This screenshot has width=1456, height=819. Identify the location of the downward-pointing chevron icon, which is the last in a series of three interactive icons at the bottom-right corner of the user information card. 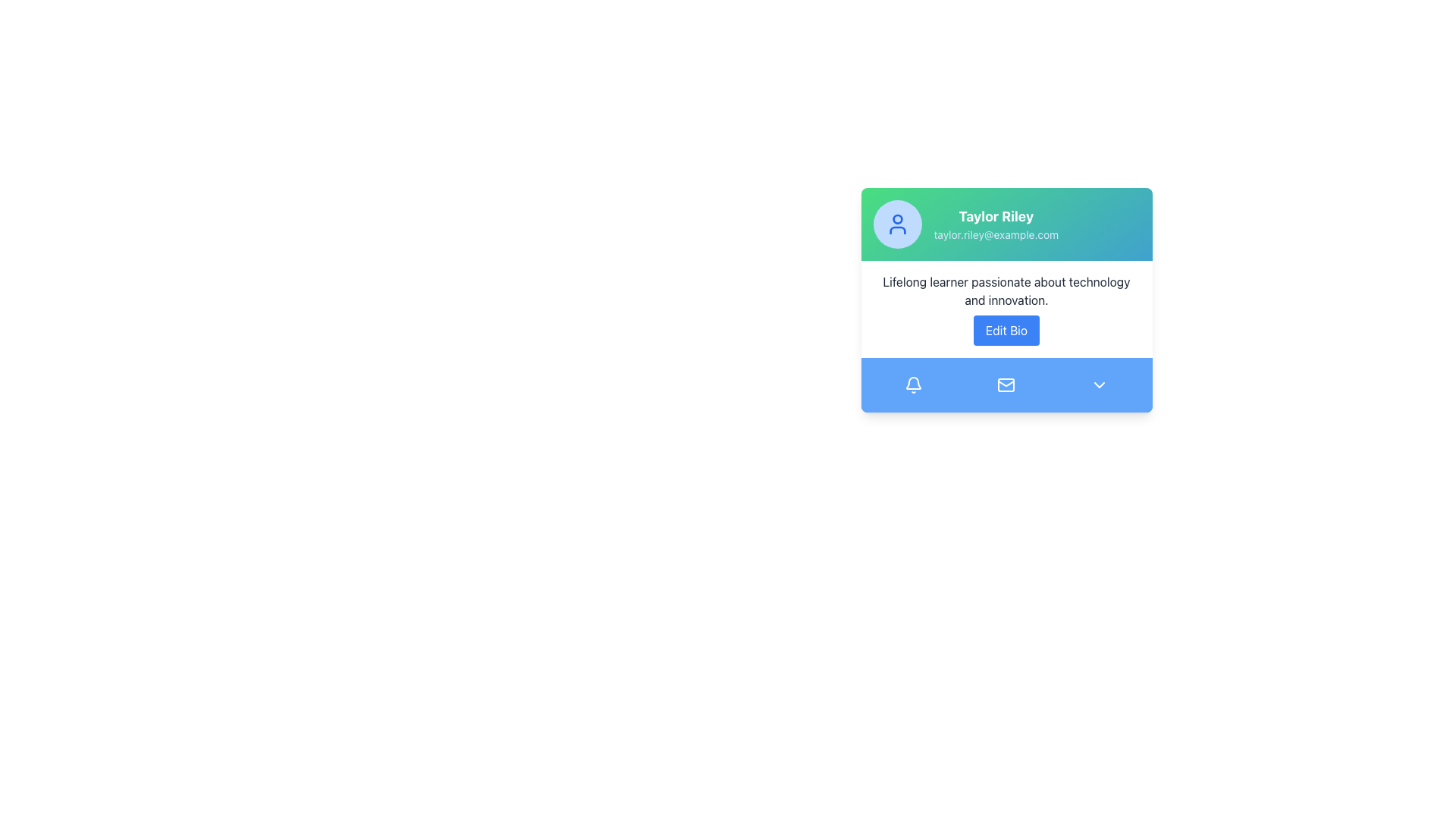
(1100, 384).